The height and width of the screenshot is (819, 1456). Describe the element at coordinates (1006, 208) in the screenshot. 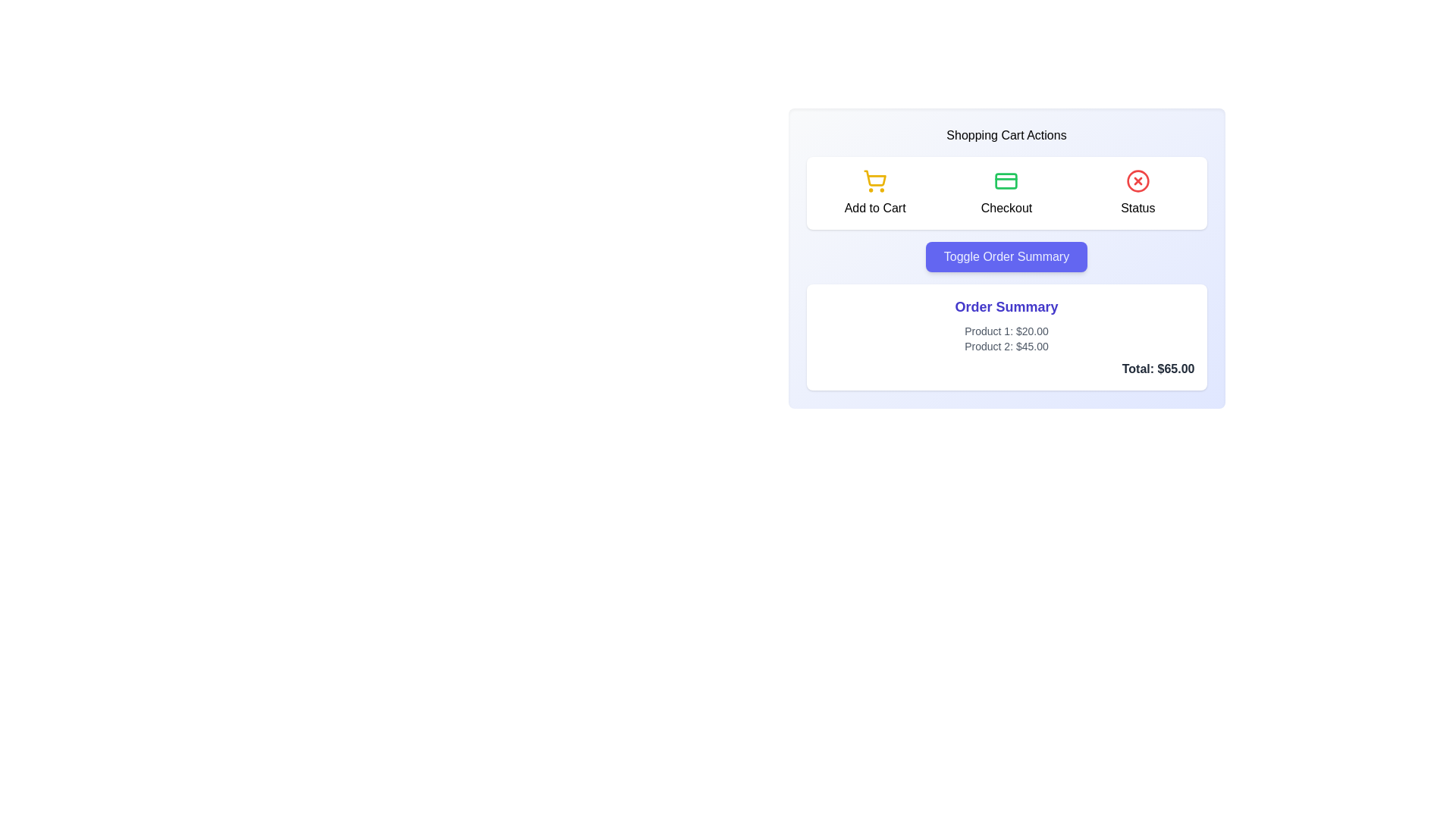

I see `the Text Label that serves as a button for initiating checkout processes in the shopping interface to proceed with the checkout` at that location.